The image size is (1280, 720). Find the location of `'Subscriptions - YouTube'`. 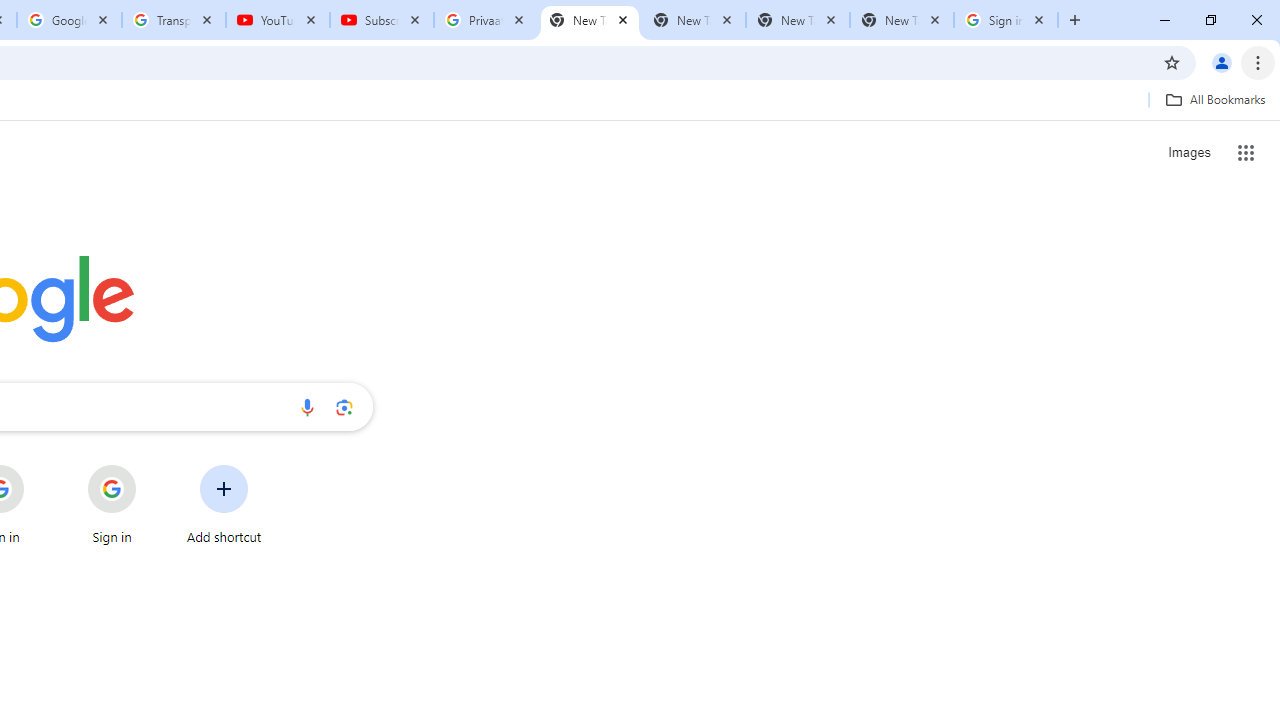

'Subscriptions - YouTube' is located at coordinates (382, 20).